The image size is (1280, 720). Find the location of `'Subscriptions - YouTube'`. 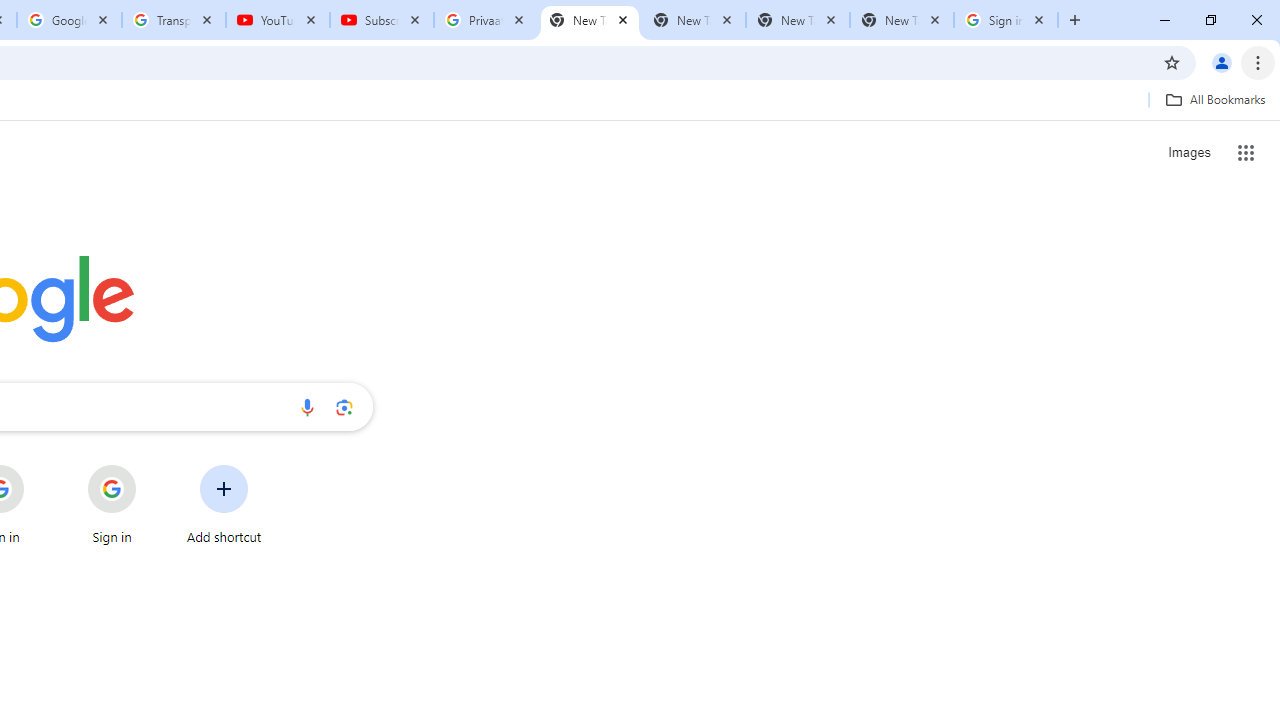

'Subscriptions - YouTube' is located at coordinates (382, 20).